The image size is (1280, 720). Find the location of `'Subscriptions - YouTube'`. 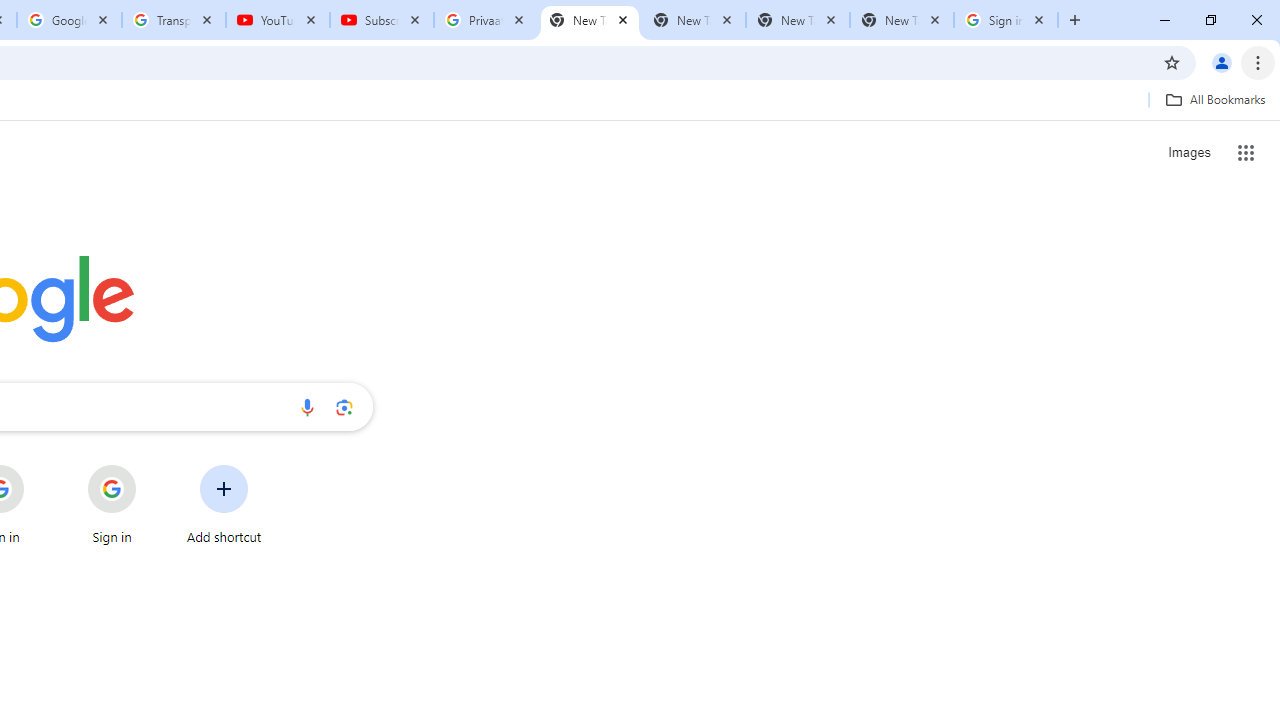

'Subscriptions - YouTube' is located at coordinates (382, 20).